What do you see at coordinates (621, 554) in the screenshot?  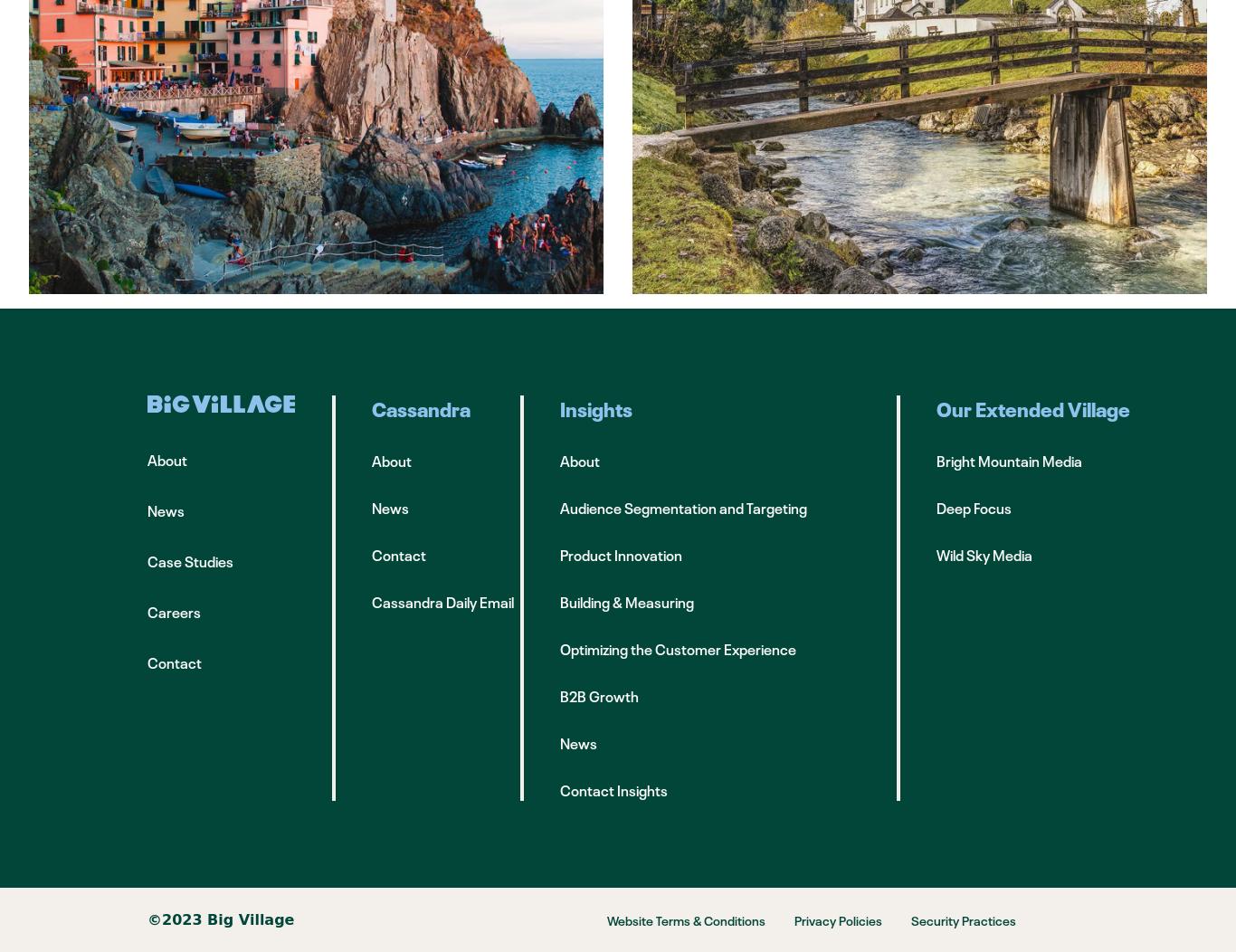 I see `'Product Innovation'` at bounding box center [621, 554].